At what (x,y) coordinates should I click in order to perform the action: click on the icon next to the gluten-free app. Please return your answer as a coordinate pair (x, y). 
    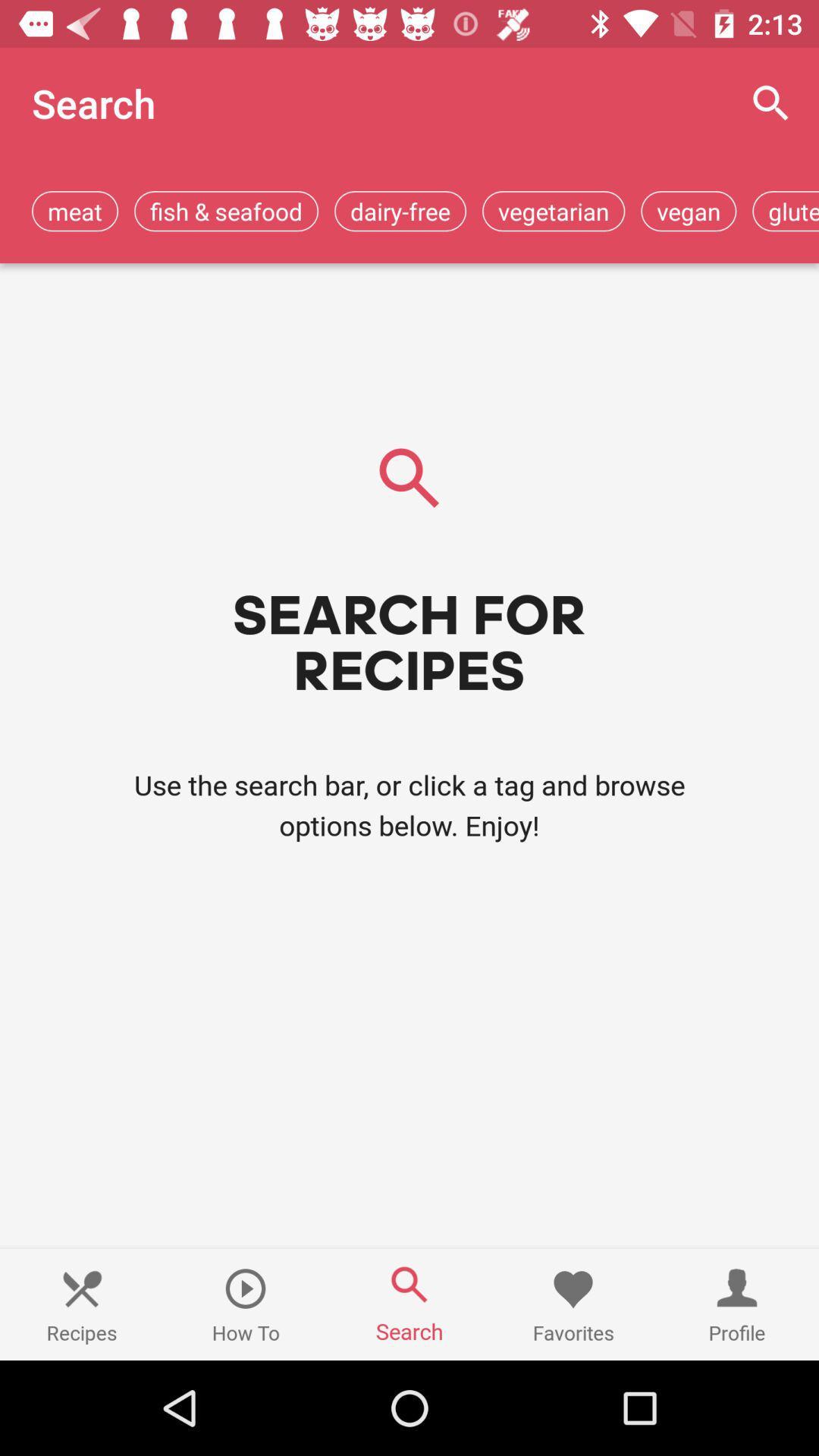
    Looking at the image, I should click on (689, 210).